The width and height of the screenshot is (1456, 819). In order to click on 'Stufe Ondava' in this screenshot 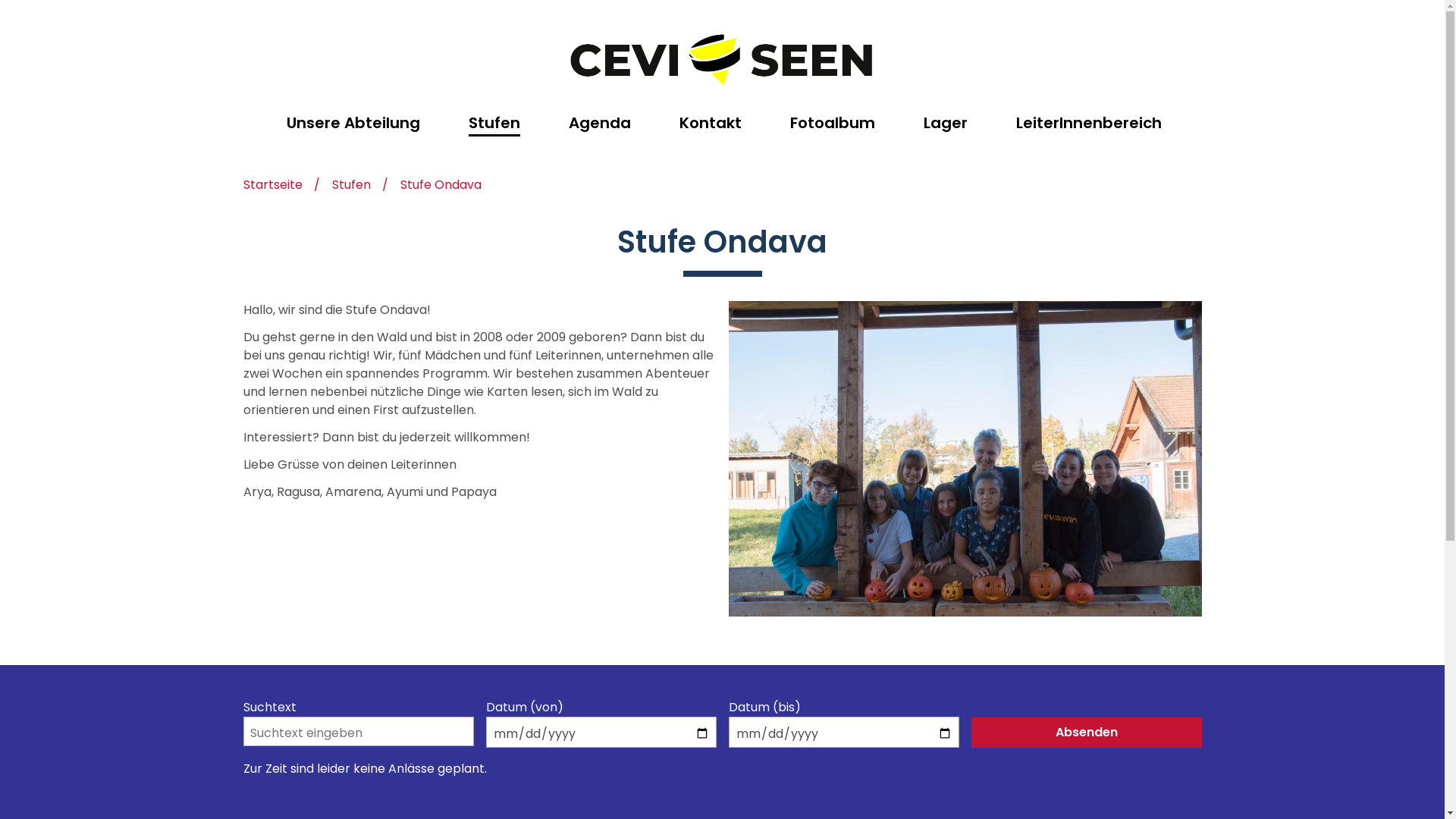, I will do `click(440, 186)`.